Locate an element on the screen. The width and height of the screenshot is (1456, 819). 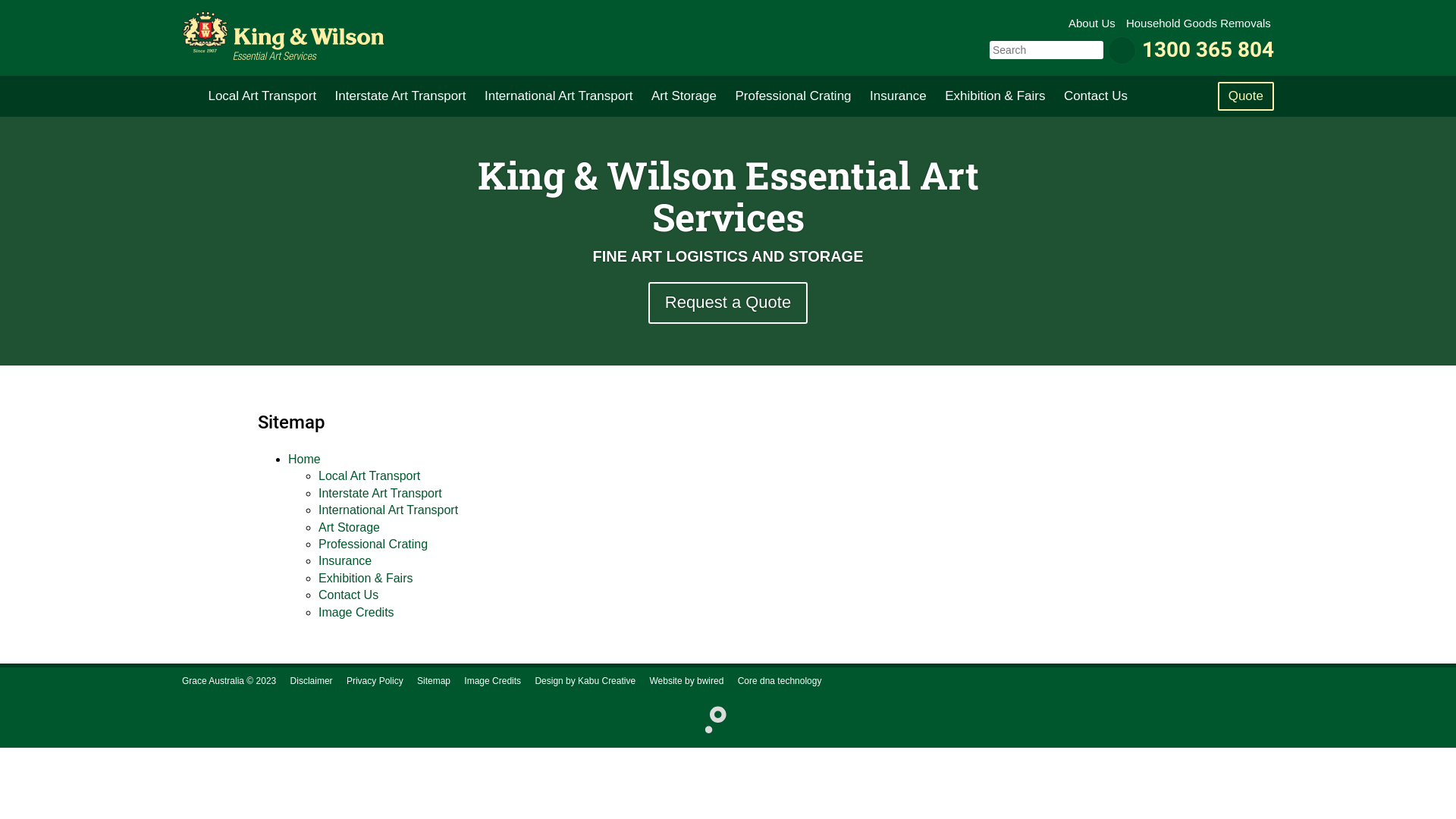
'Professional Crating' is located at coordinates (792, 96).